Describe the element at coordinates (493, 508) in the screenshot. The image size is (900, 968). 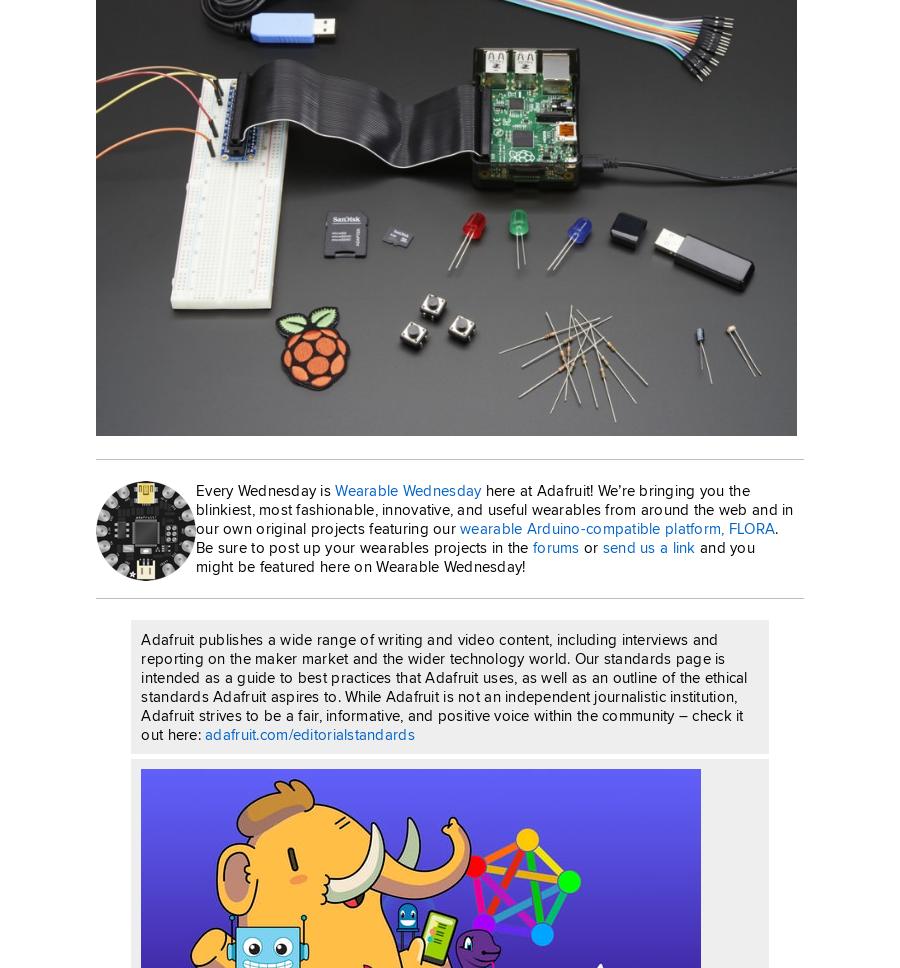
I see `'here at Adafruit! We’re bringing you the blinkiest, most fashionable, innovative, and useful wearables from around the web and in our own original projects featuring our'` at that location.